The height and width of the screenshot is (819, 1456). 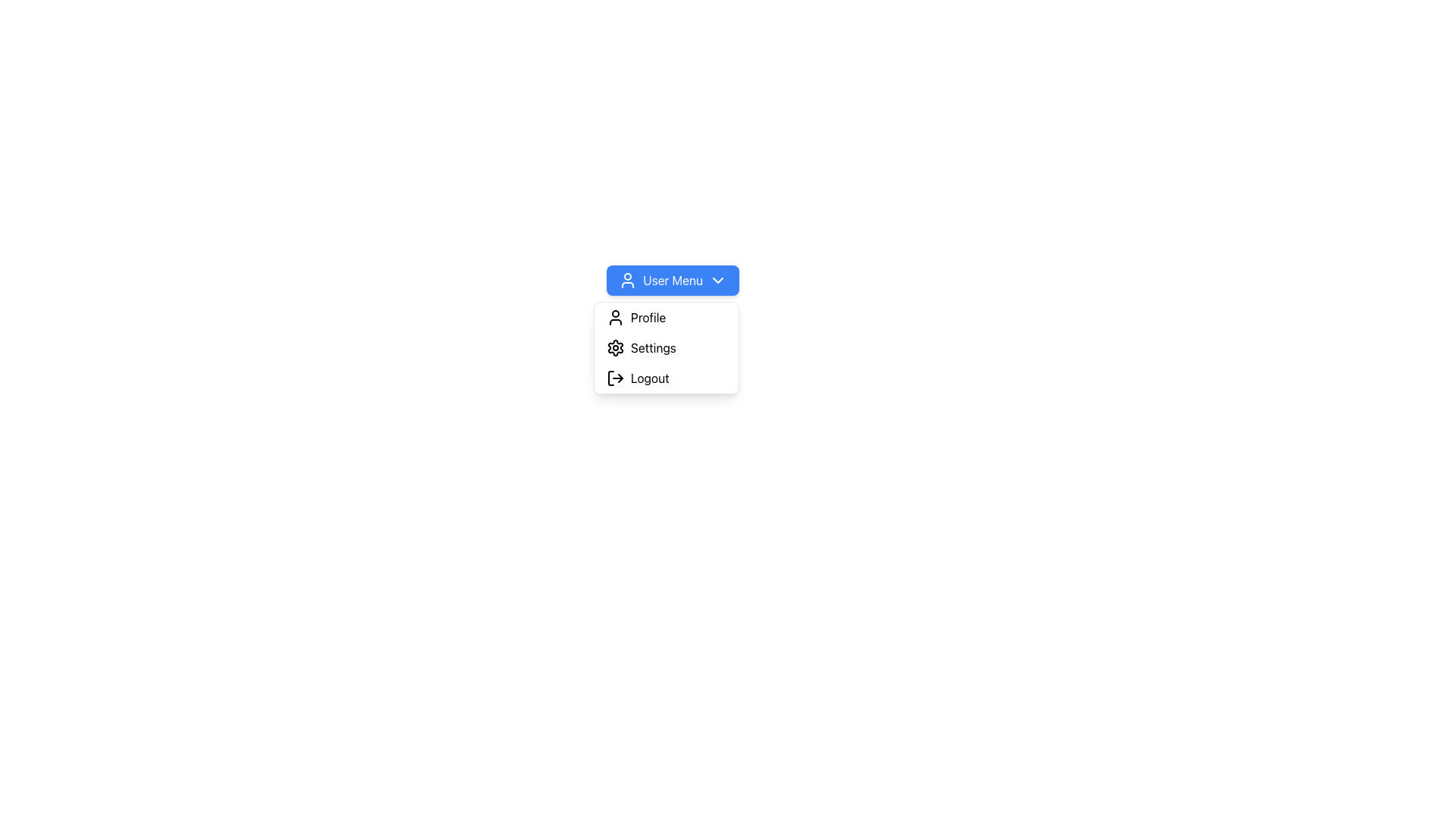 I want to click on the chevron icon located to the right of the 'User Menu' text within the blue button, so click(x=717, y=281).